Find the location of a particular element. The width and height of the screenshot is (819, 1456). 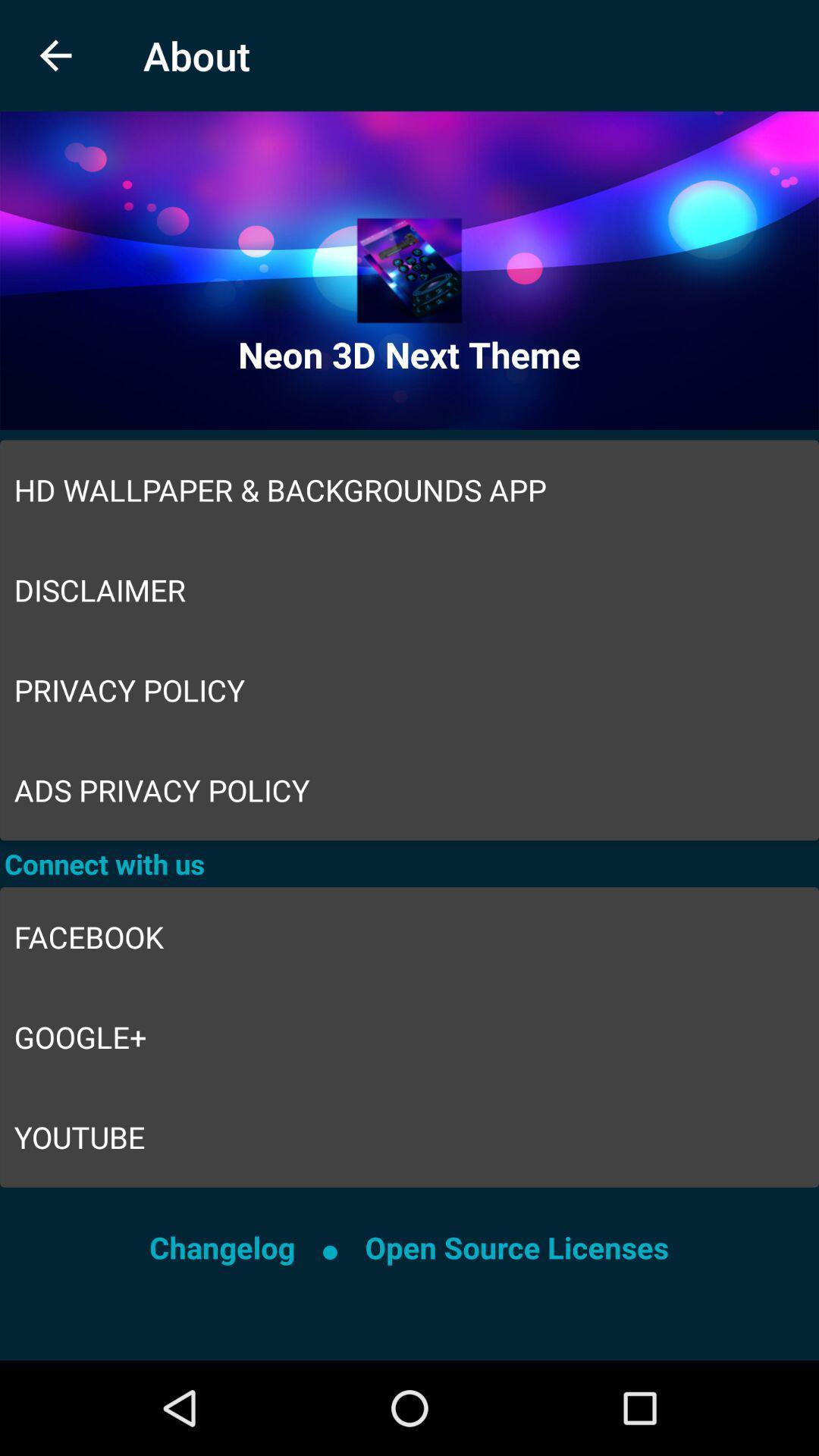

hd wallpaper backgrounds item is located at coordinates (409, 490).